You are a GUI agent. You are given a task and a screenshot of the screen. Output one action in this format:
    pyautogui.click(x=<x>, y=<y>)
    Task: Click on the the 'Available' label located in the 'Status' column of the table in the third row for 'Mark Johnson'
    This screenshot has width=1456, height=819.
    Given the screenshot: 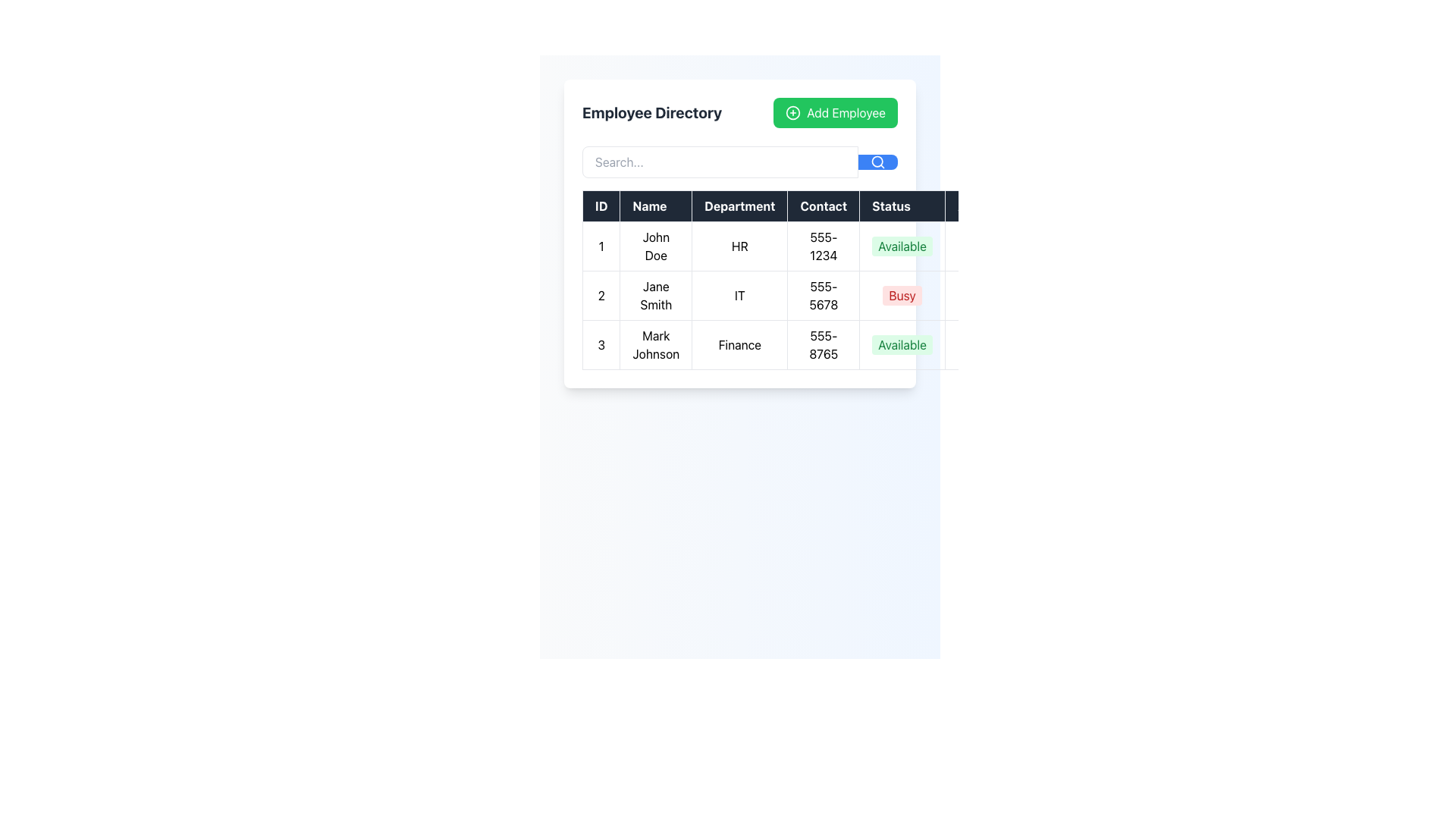 What is the action you would take?
    pyautogui.click(x=902, y=345)
    